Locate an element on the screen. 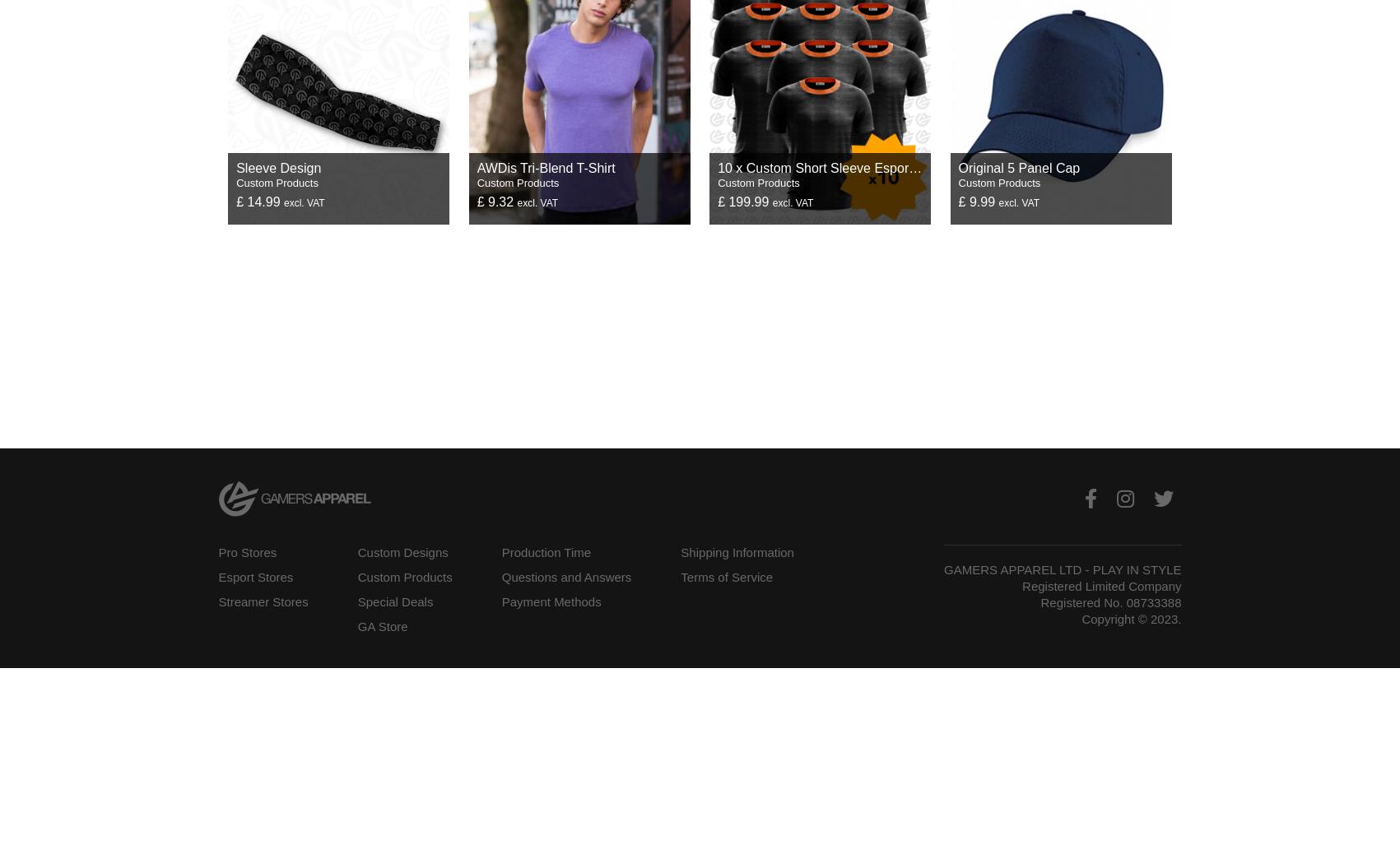 The height and width of the screenshot is (868, 1400). 'Esport Stores' is located at coordinates (255, 576).